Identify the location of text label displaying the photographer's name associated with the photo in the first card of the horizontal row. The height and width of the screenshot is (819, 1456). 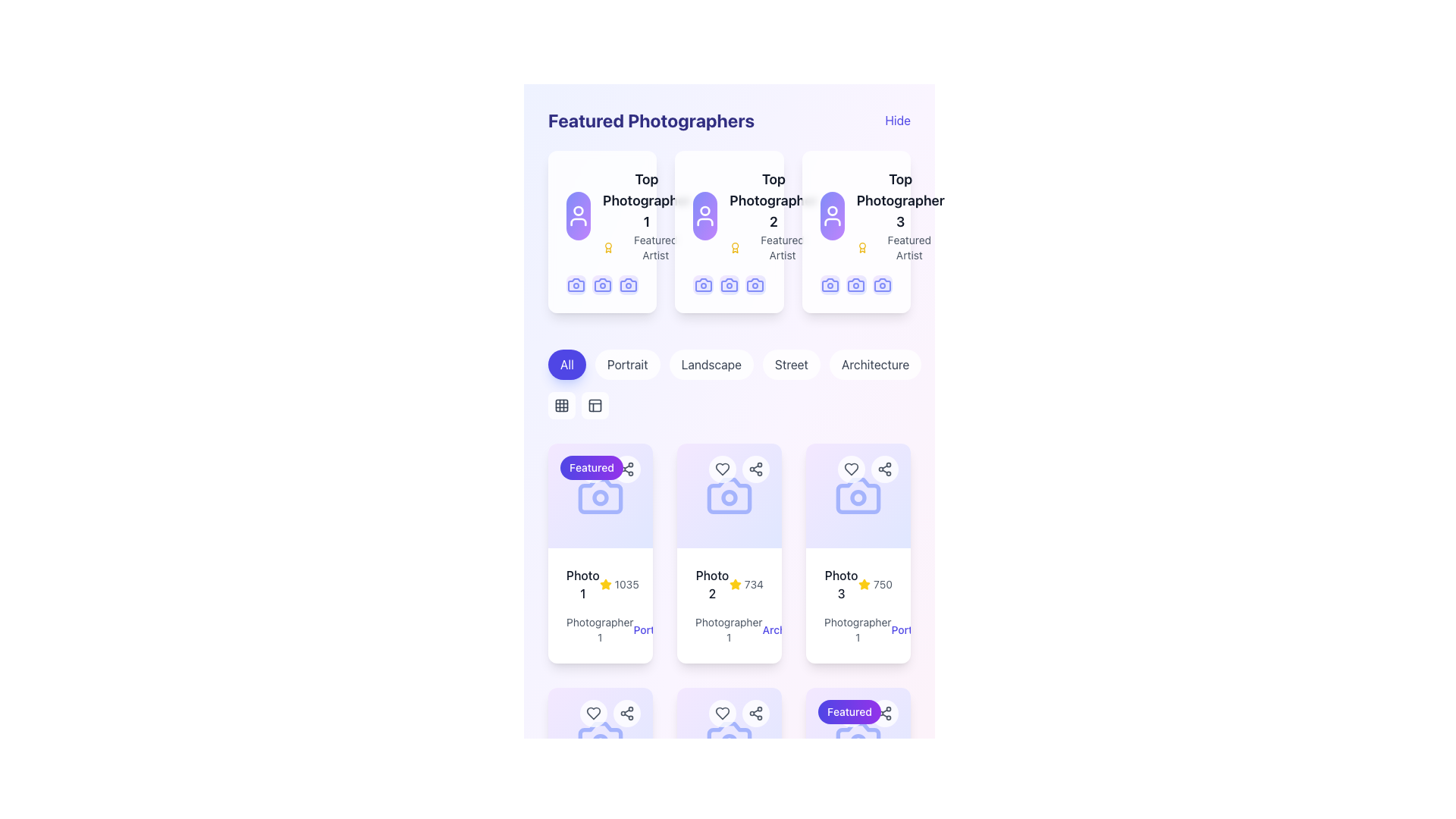
(599, 630).